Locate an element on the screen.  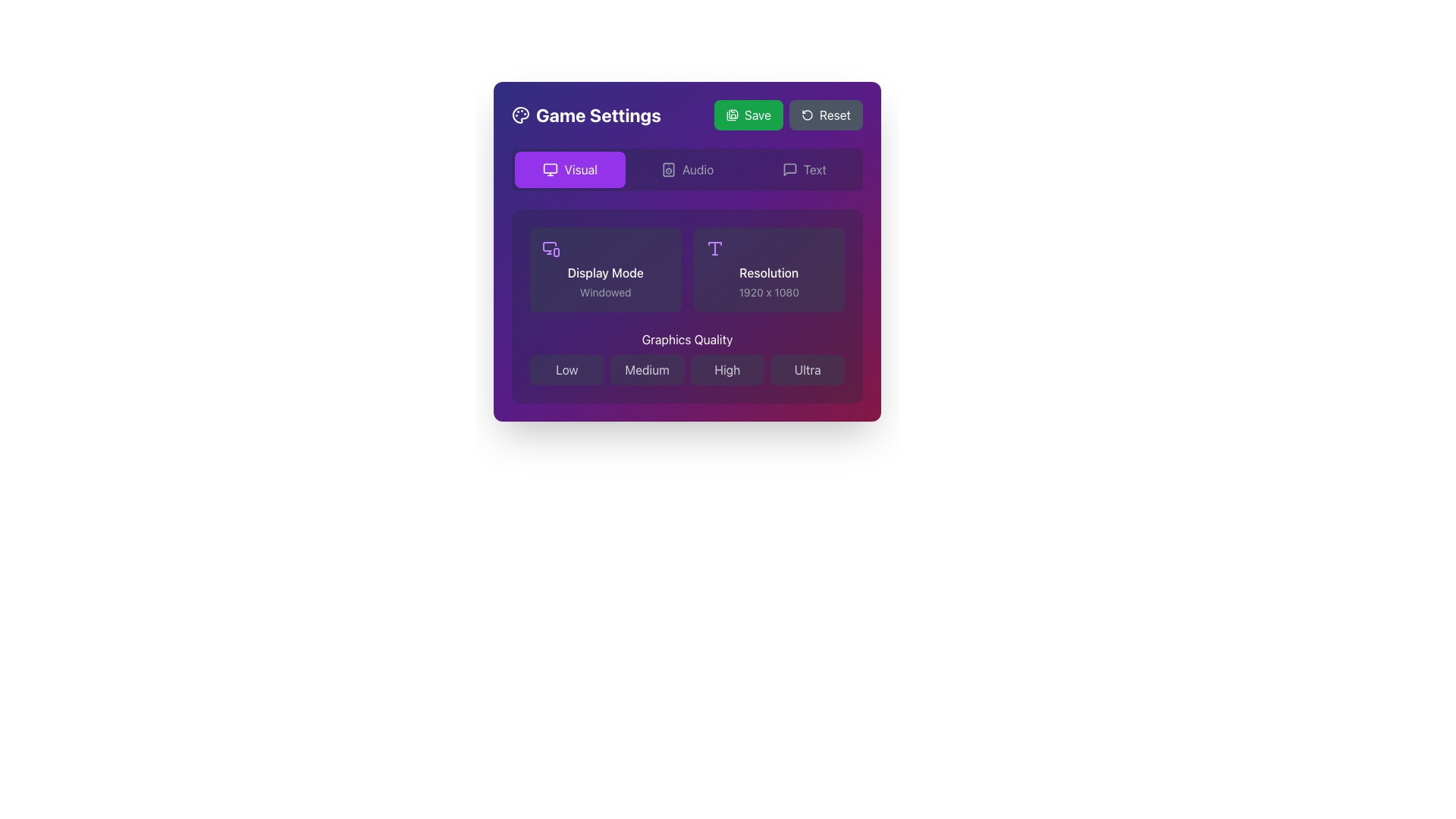
the 'Low' graphics quality button located at the bottom part of the card labeled 'Graphics Quality' for keyboard interaction is located at coordinates (566, 370).